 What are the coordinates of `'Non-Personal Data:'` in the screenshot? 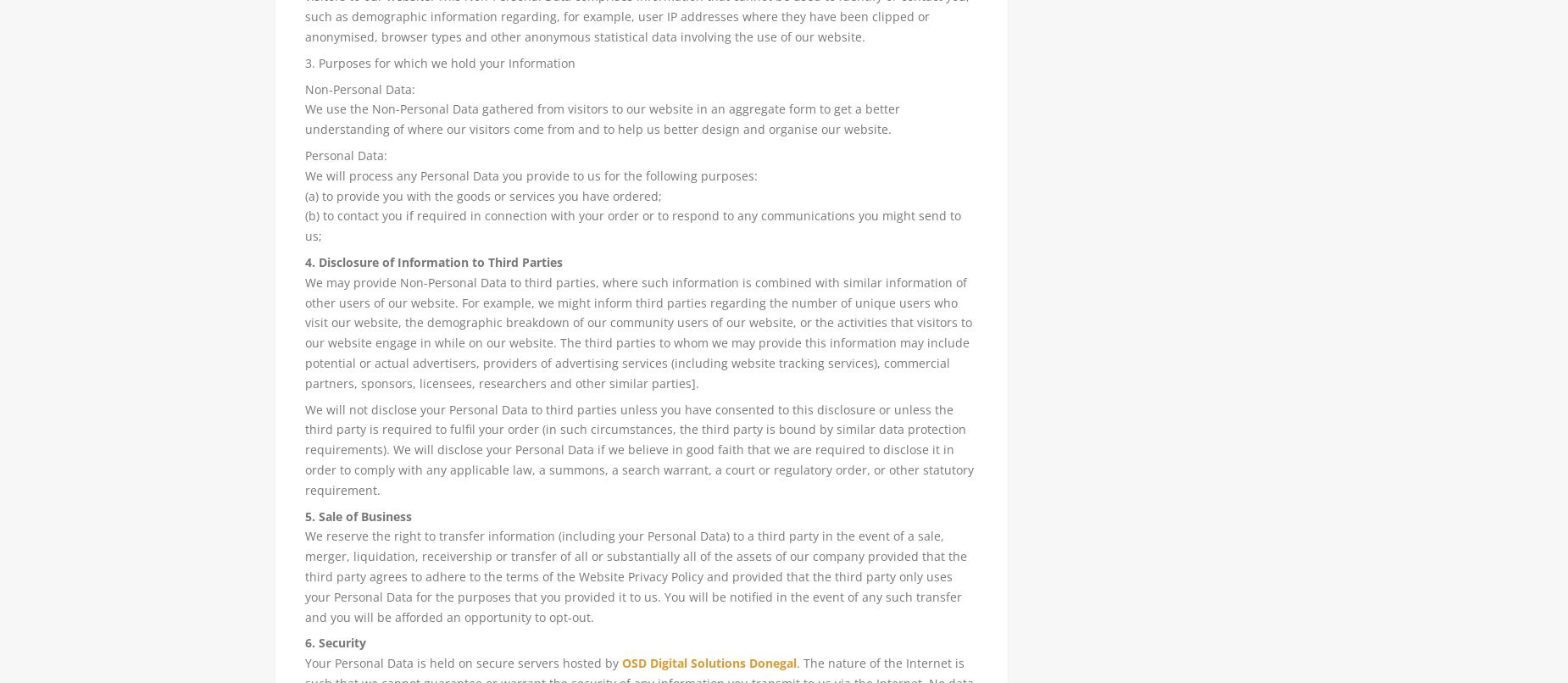 It's located at (359, 87).